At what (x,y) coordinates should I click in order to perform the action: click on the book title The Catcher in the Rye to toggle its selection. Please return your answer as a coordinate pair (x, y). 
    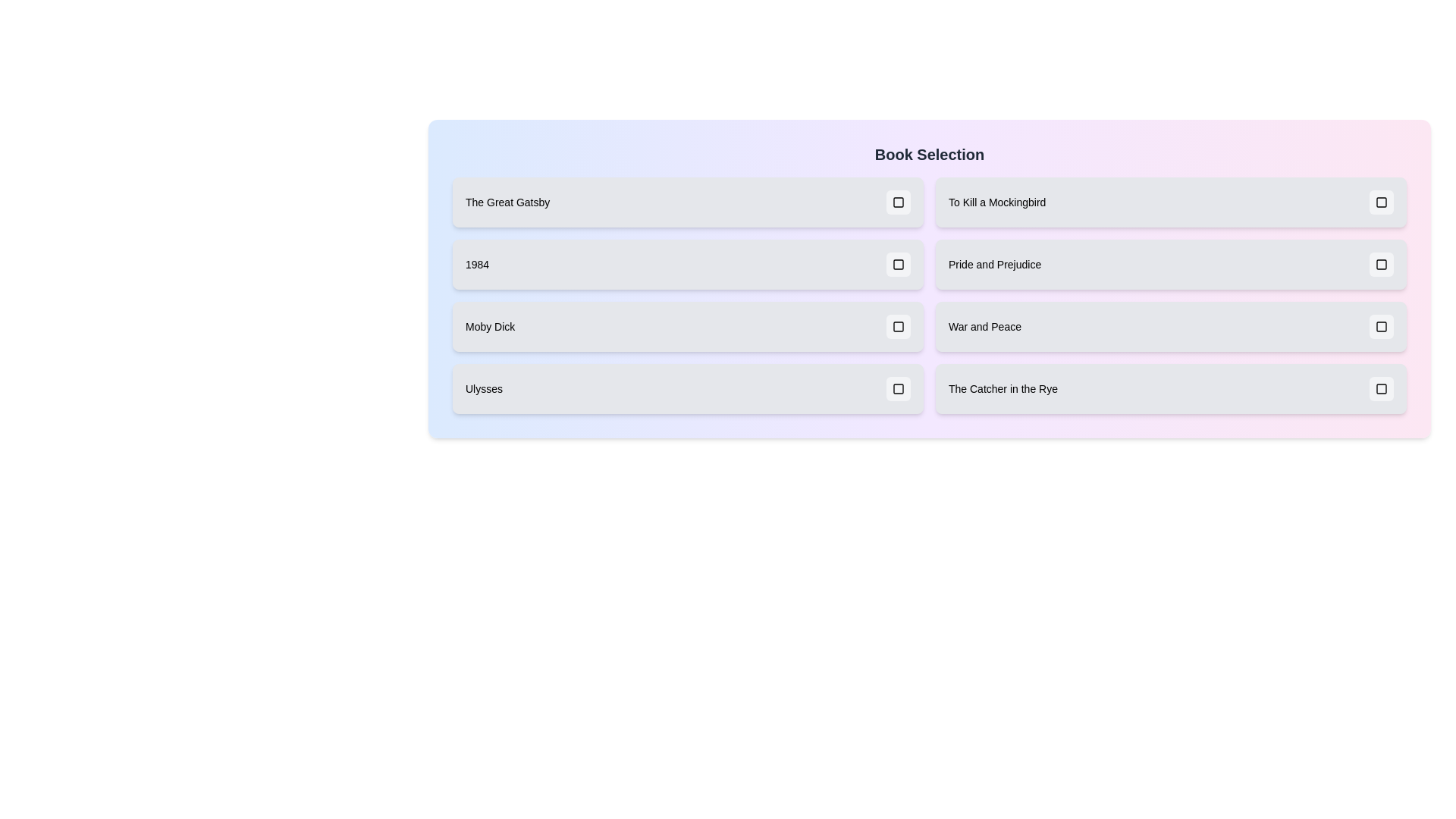
    Looking at the image, I should click on (1170, 388).